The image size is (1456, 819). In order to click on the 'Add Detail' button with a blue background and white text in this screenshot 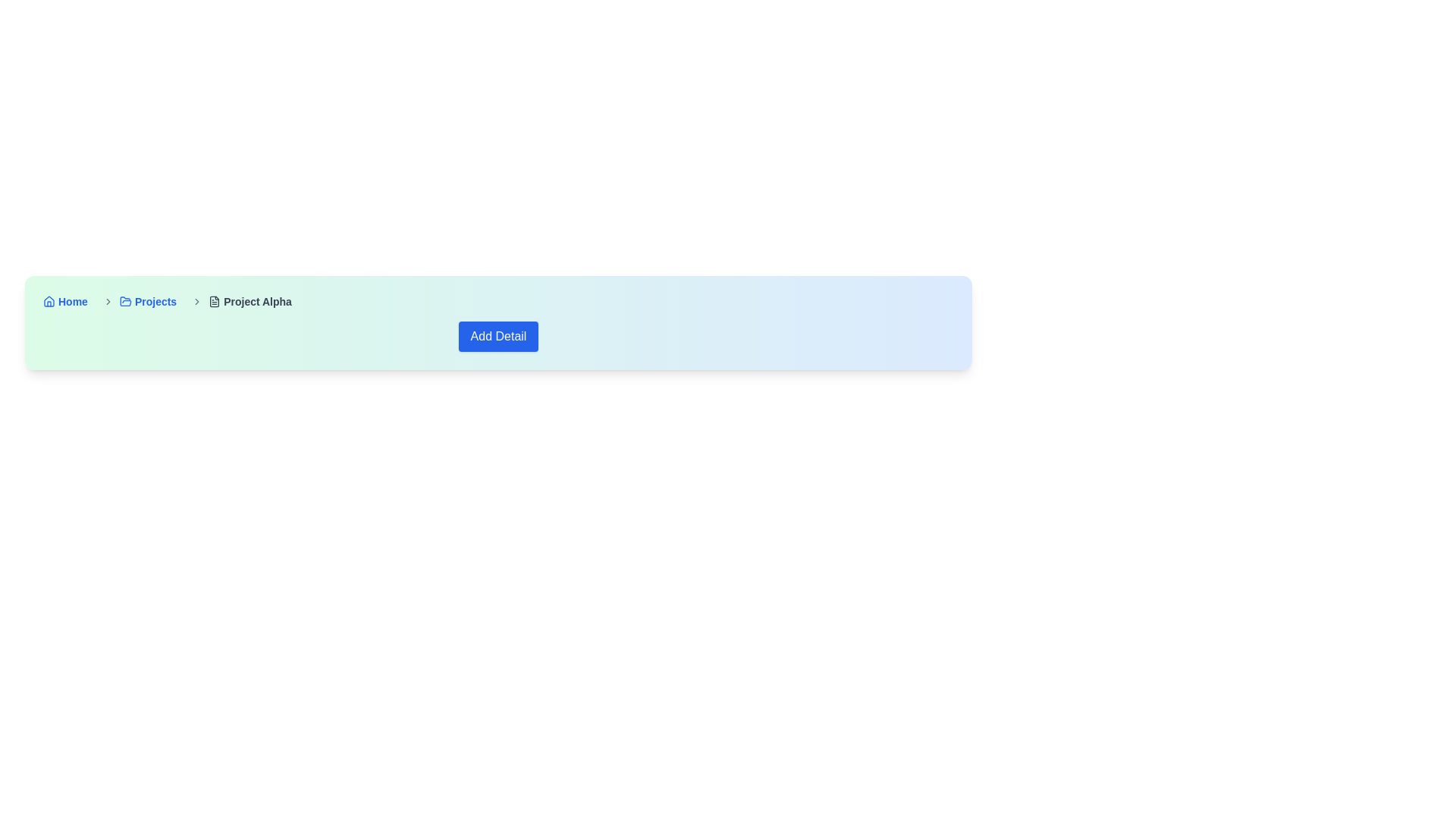, I will do `click(498, 335)`.